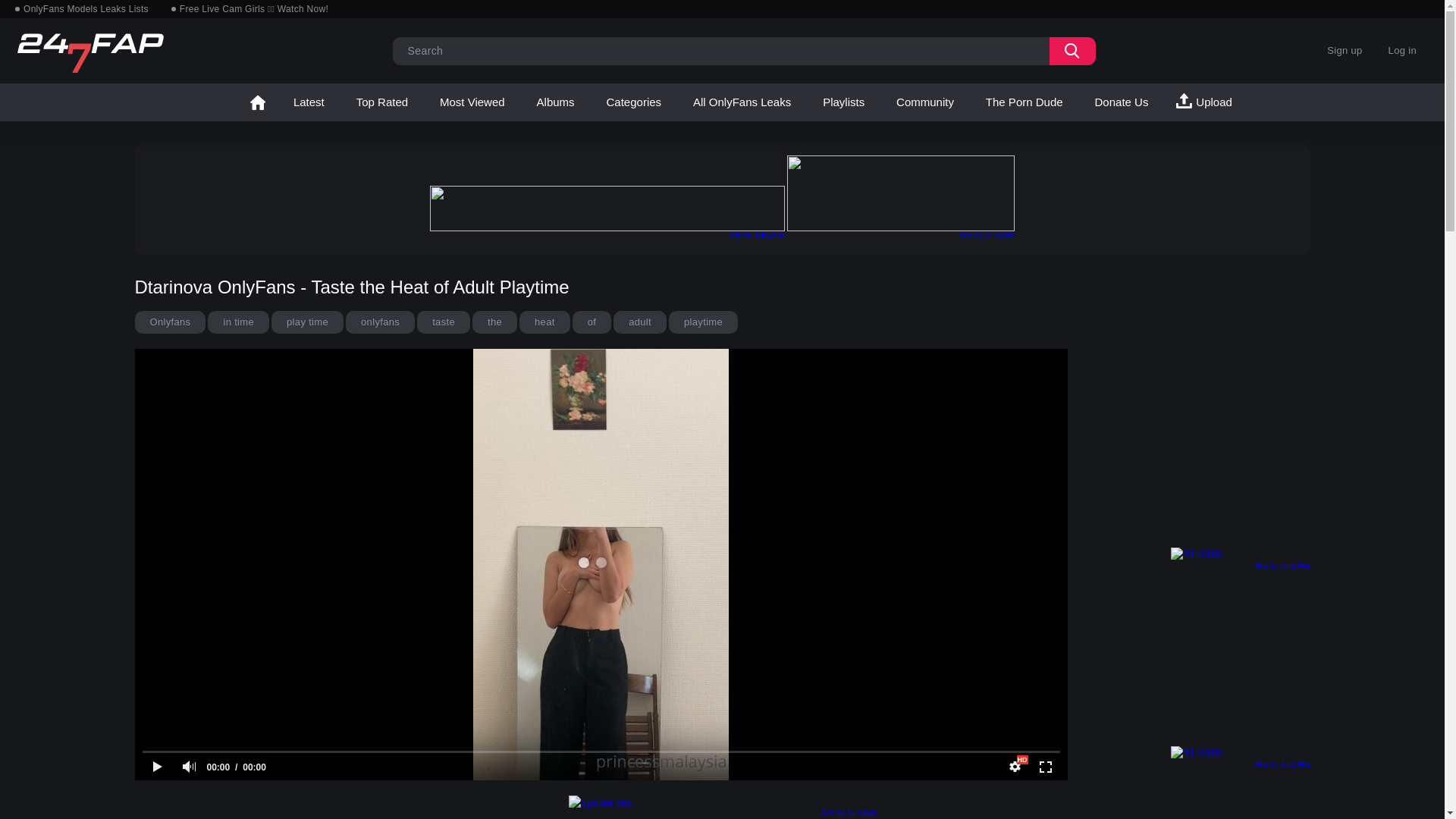 This screenshot has width=1456, height=819. Describe the element at coordinates (494, 321) in the screenshot. I see `'the'` at that location.